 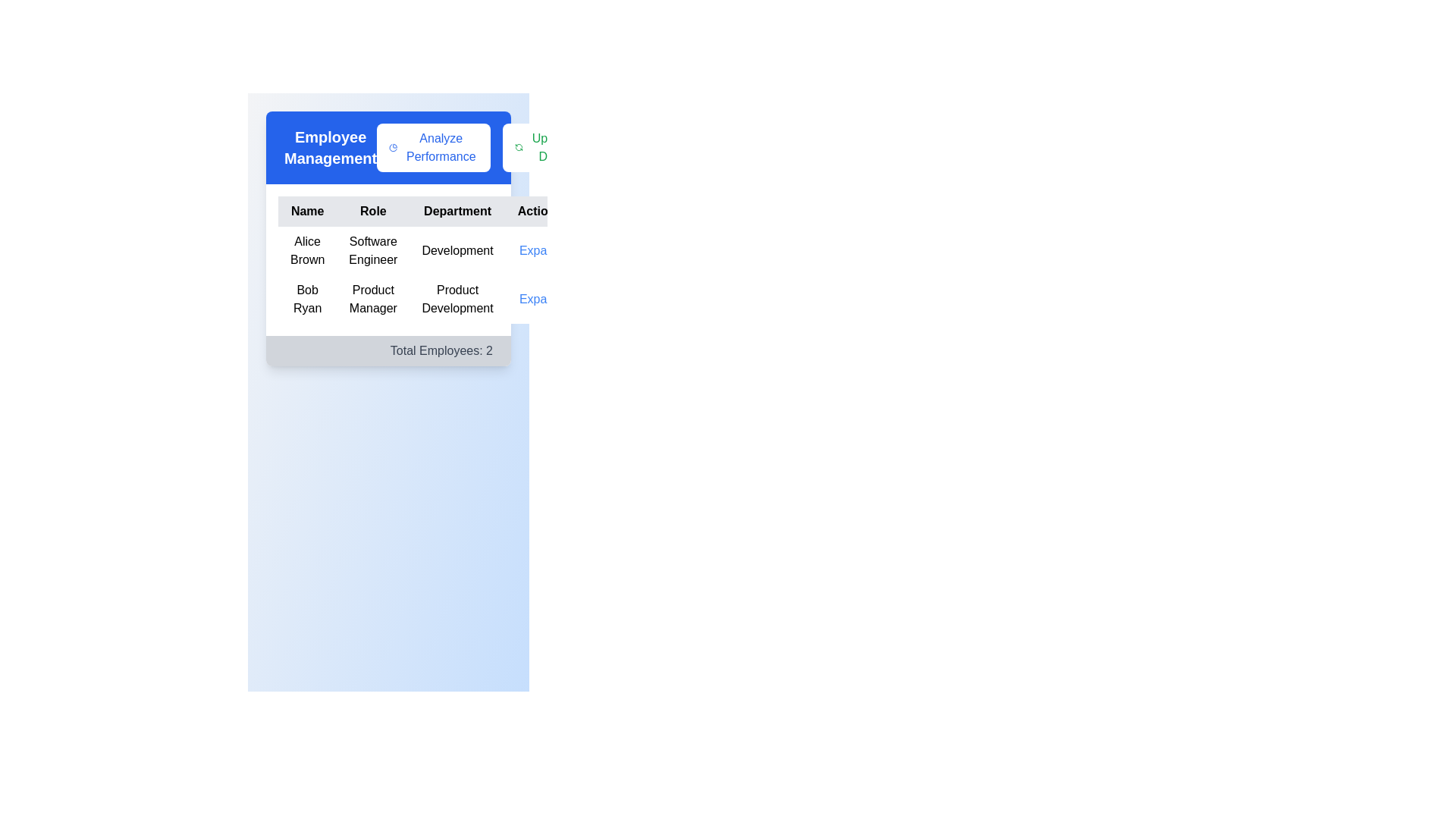 What do you see at coordinates (544, 148) in the screenshot?
I see `the 'Update Data' button, which has a white background with green text and a refresh icon` at bounding box center [544, 148].